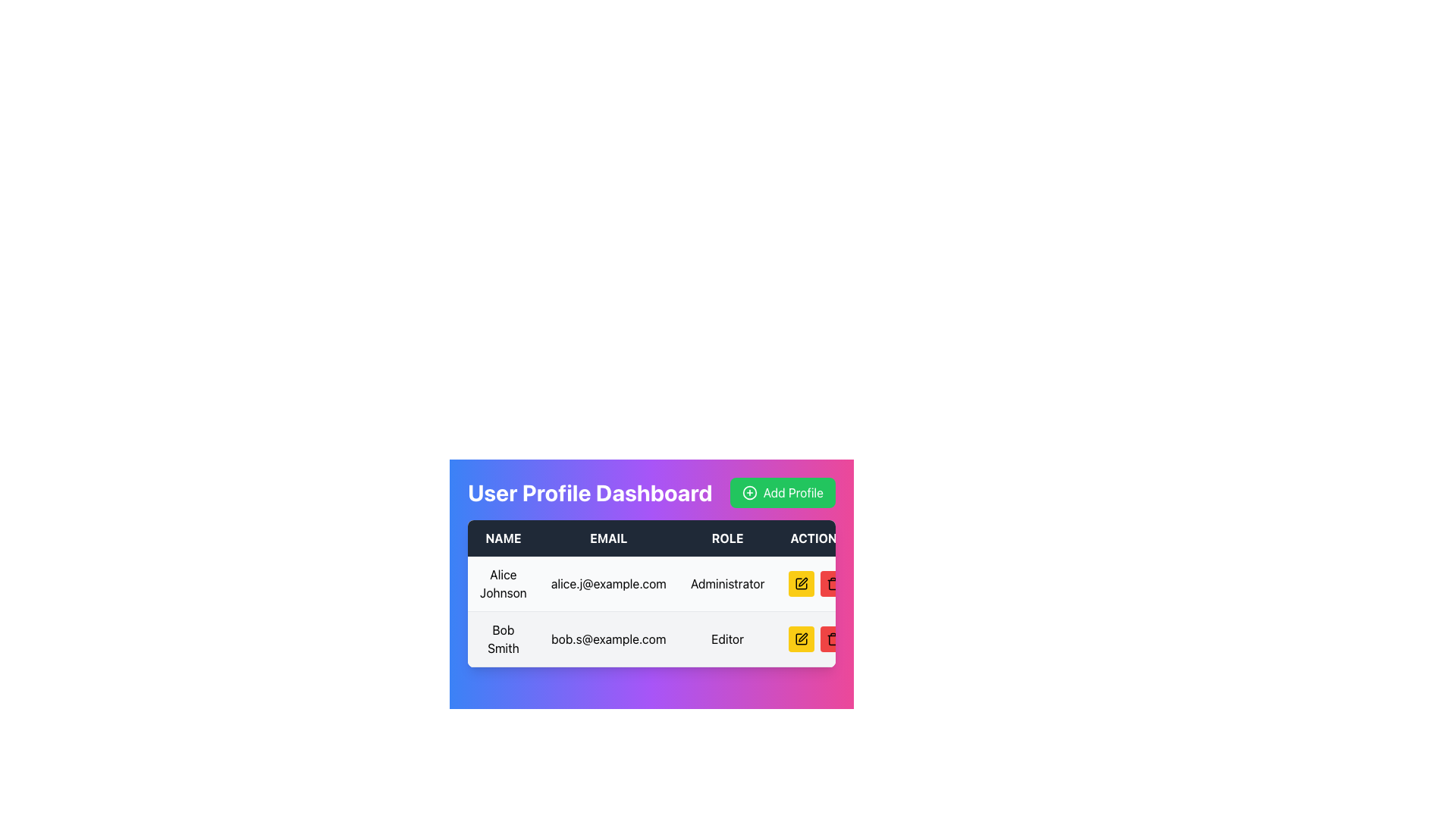  Describe the element at coordinates (608, 583) in the screenshot. I see `the text display element showing 'alice.j@example.com' in the EMAIL column of the user information table` at that location.